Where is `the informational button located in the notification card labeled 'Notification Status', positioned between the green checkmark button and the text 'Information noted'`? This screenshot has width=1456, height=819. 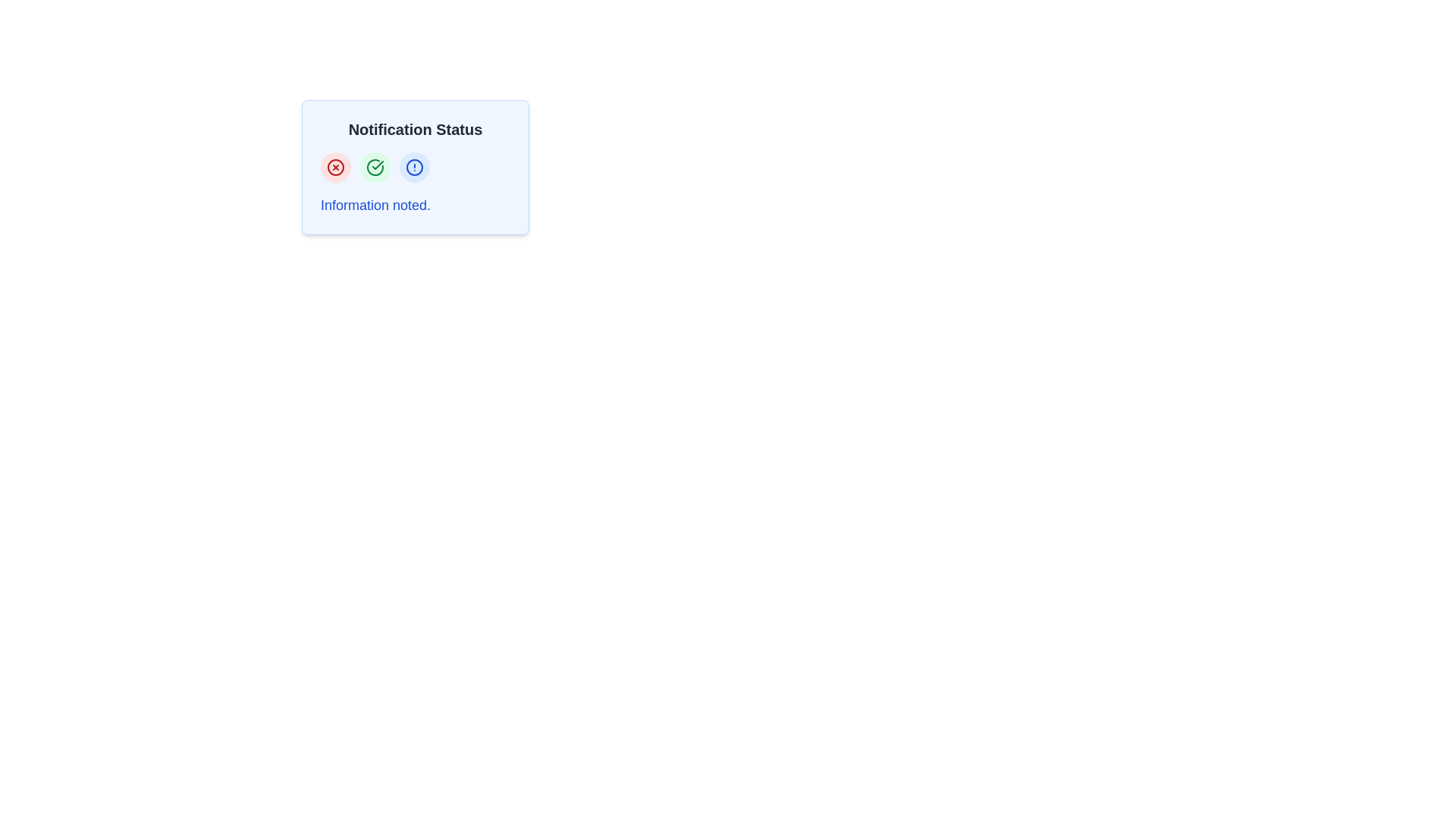 the informational button located in the notification card labeled 'Notification Status', positioned between the green checkmark button and the text 'Information noted' is located at coordinates (415, 167).